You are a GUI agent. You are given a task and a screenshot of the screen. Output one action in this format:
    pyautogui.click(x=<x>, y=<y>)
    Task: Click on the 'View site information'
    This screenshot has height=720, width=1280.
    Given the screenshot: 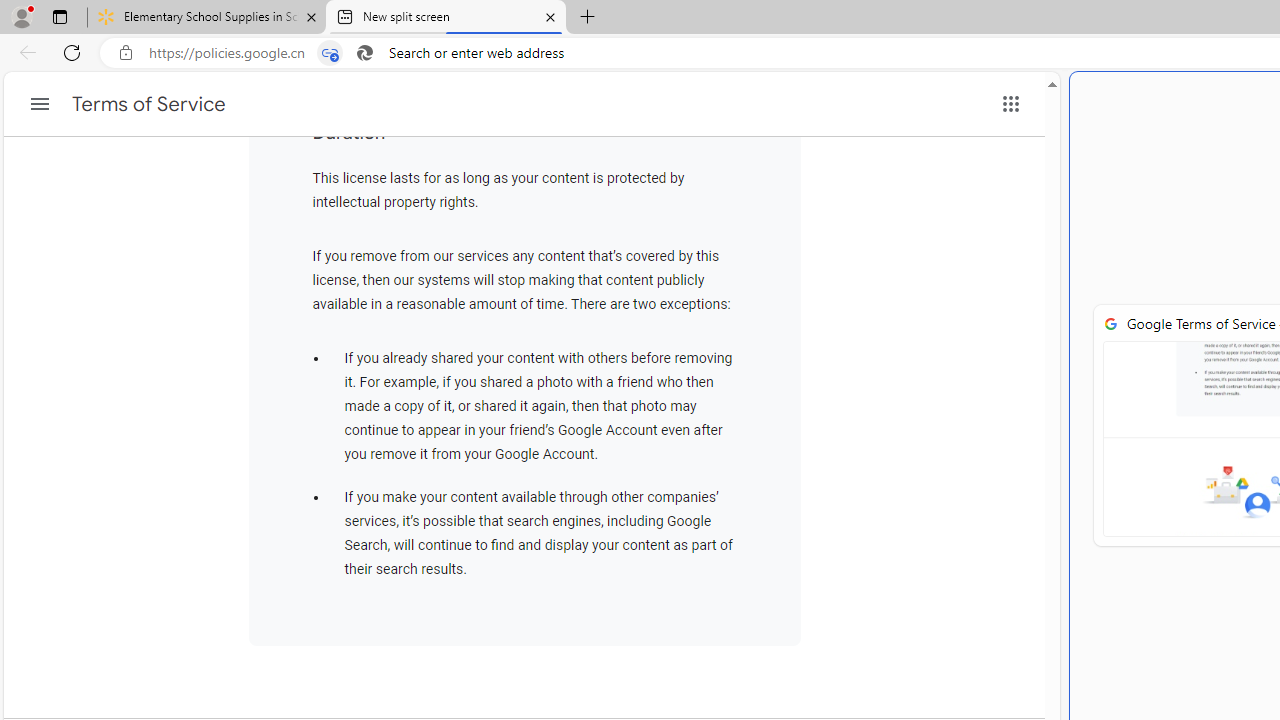 What is the action you would take?
    pyautogui.click(x=125, y=52)
    